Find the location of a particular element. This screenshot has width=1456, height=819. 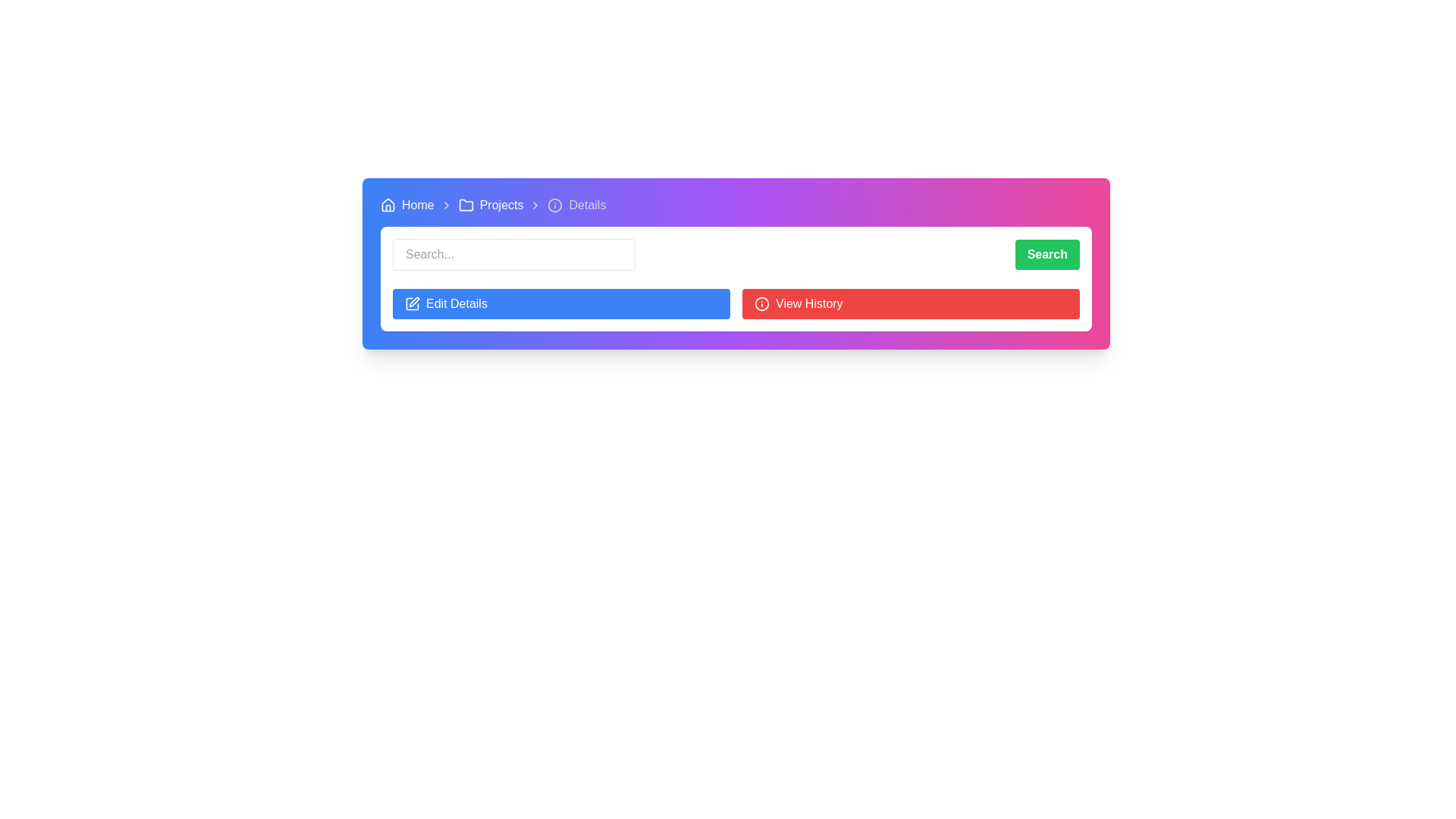

the 'Home' text label in the breadcrumb navigation bar located at the top-left corner of the interface is located at coordinates (407, 205).